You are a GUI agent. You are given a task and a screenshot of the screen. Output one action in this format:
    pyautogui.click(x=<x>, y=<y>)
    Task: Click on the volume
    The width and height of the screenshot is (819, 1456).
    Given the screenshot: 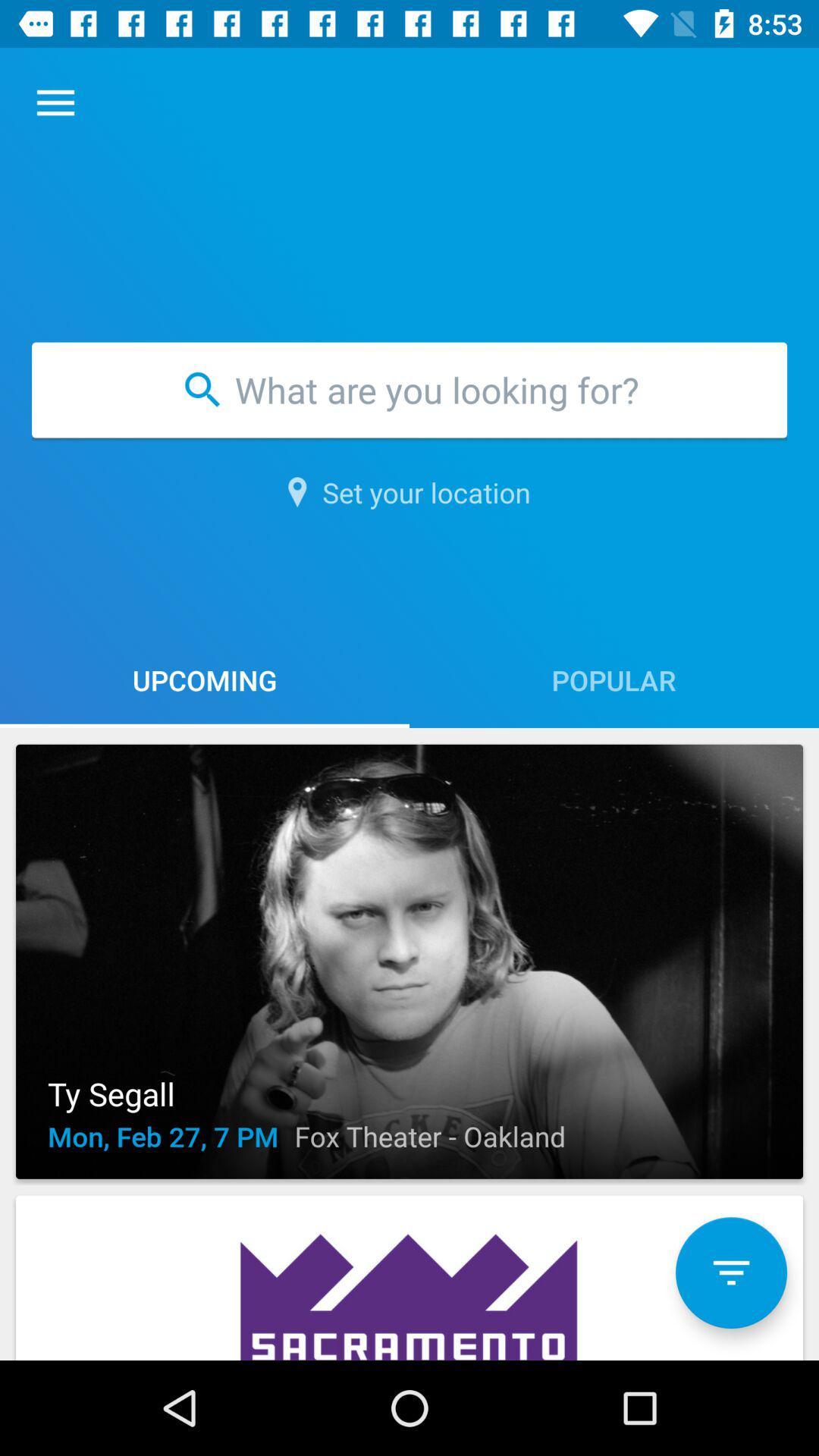 What is the action you would take?
    pyautogui.click(x=730, y=1272)
    